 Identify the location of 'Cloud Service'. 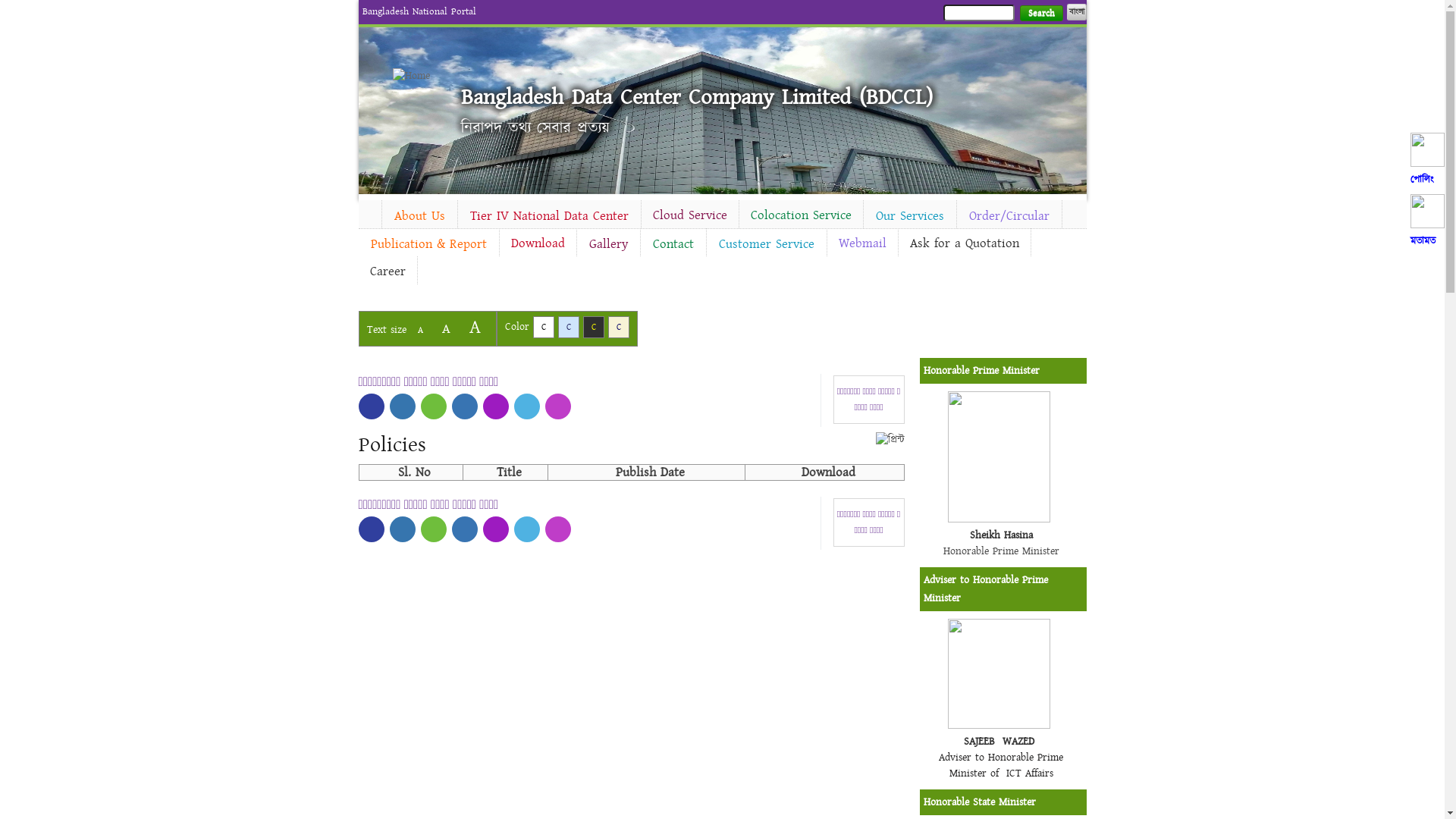
(689, 215).